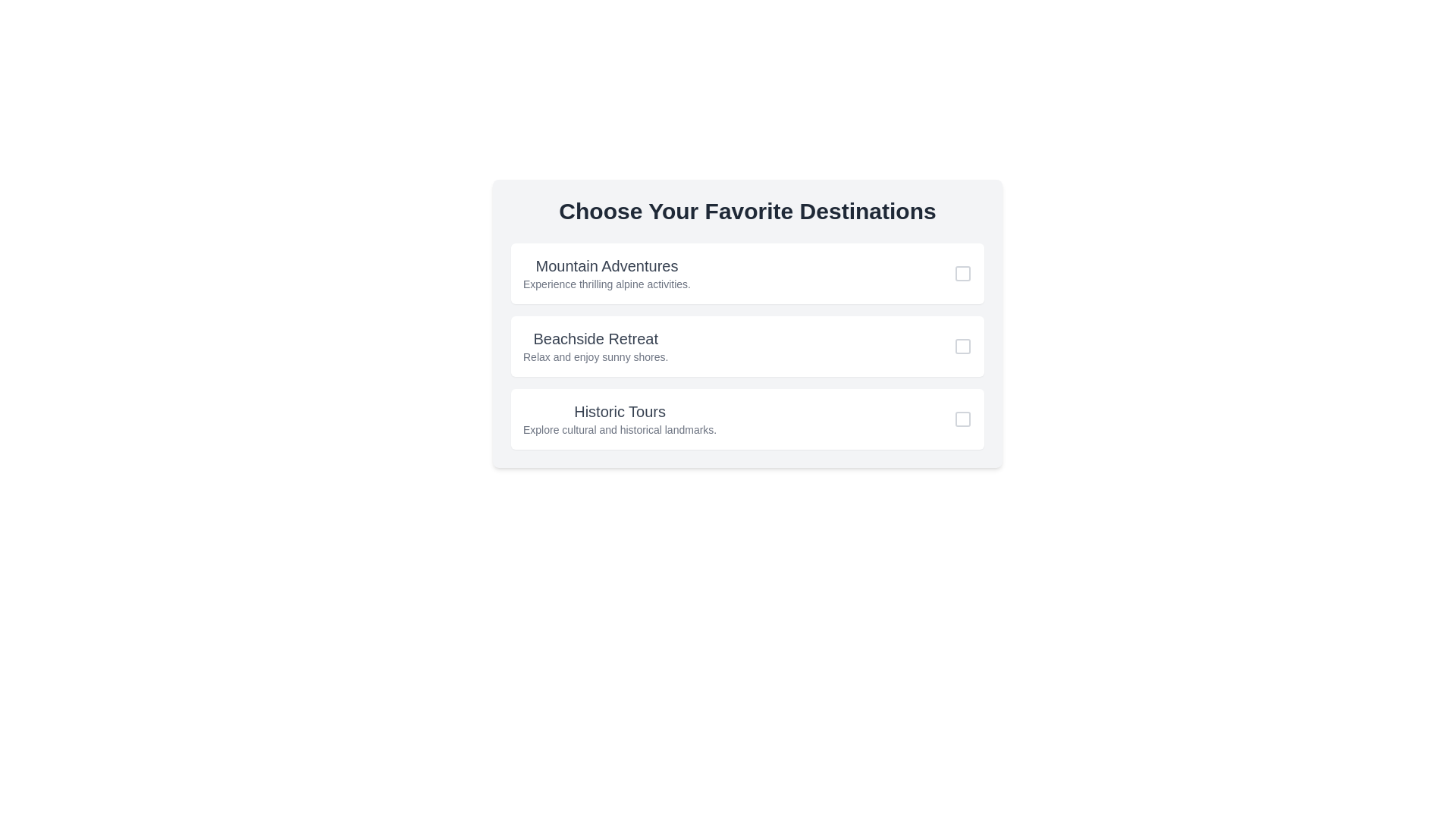  Describe the element at coordinates (595, 356) in the screenshot. I see `the text label that reads 'Relax and enjoy sunny shores.', which is styled in light gray font and located beneath the title 'Beachside Retreat'` at that location.